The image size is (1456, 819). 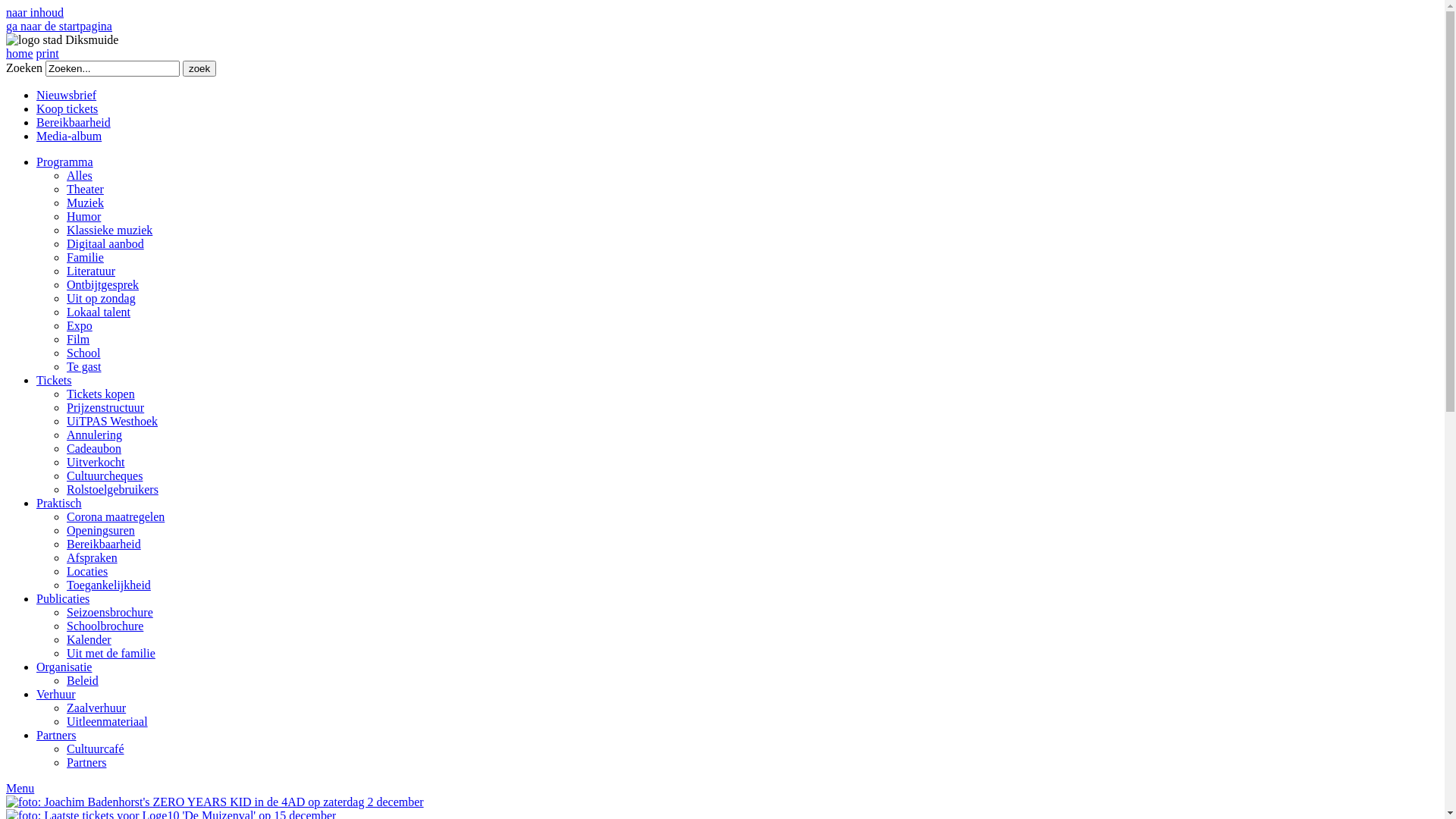 I want to click on 'Kalender', so click(x=88, y=639).